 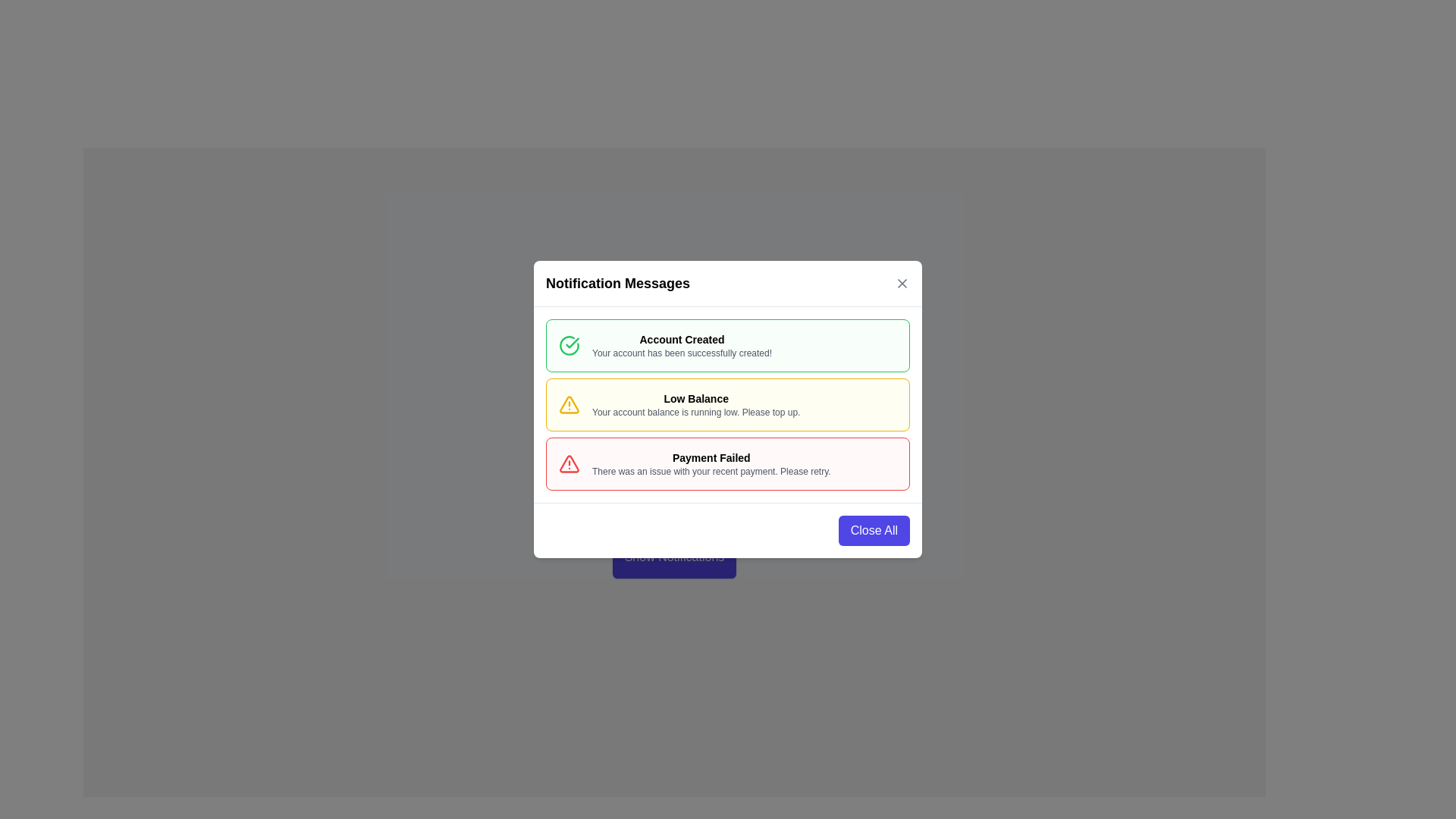 What do you see at coordinates (681, 353) in the screenshot?
I see `the text label displaying 'Your account has been successfully created!' located below the 'Account Created' title in the green notification box` at bounding box center [681, 353].